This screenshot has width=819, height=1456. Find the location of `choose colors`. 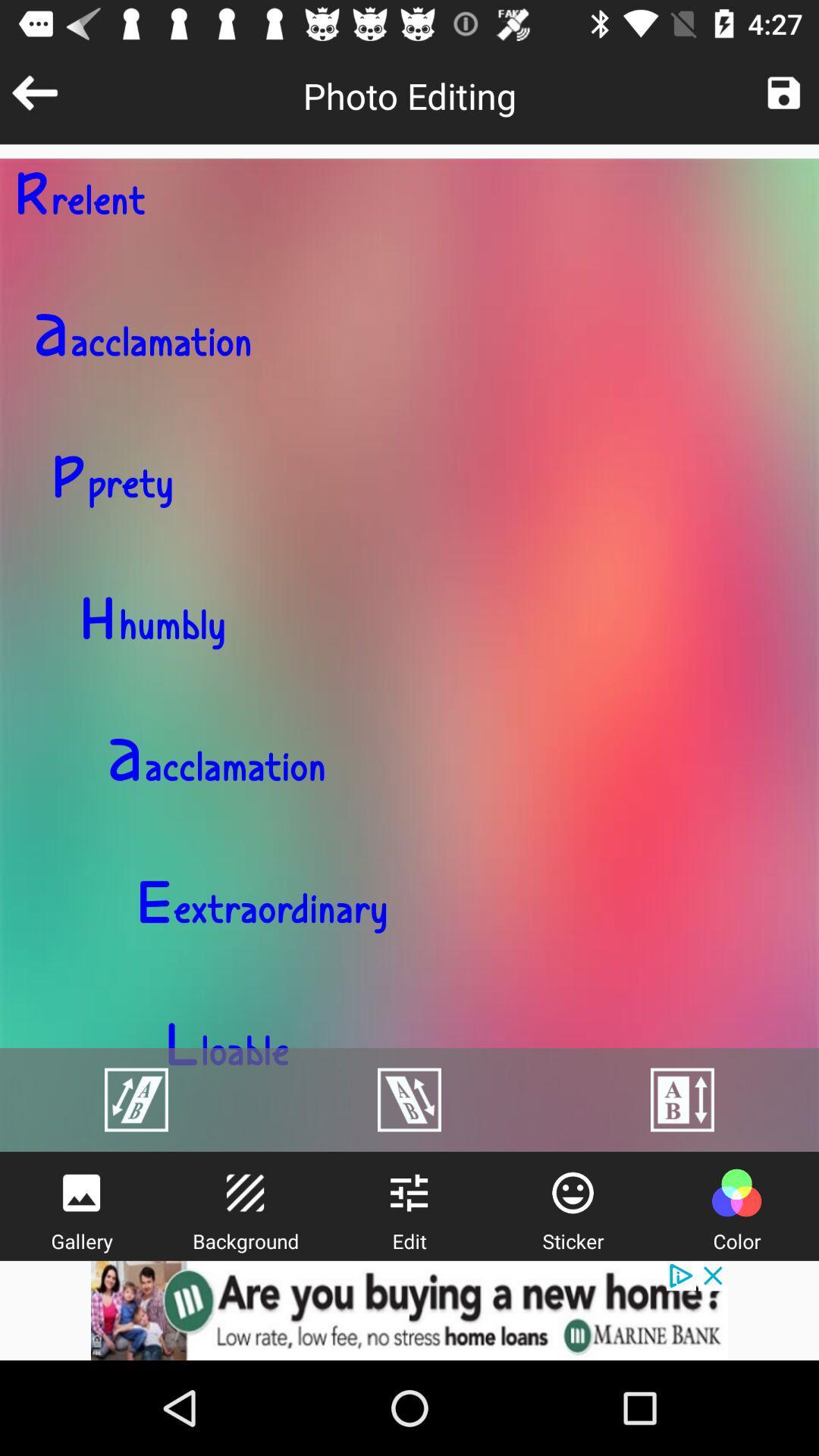

choose colors is located at coordinates (736, 1192).